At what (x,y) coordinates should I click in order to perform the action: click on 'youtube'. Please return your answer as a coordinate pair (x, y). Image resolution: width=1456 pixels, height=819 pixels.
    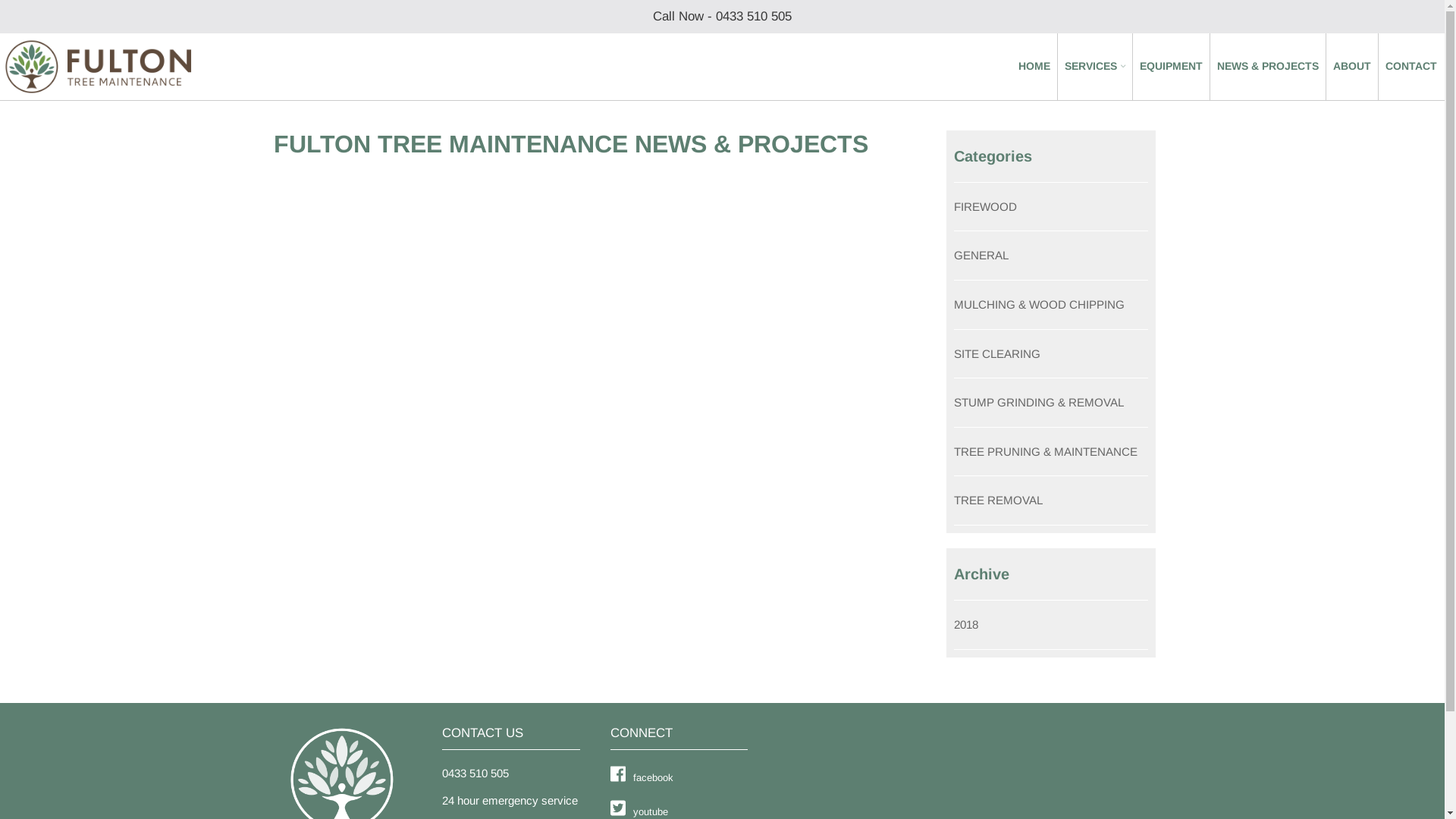
    Looking at the image, I should click on (610, 809).